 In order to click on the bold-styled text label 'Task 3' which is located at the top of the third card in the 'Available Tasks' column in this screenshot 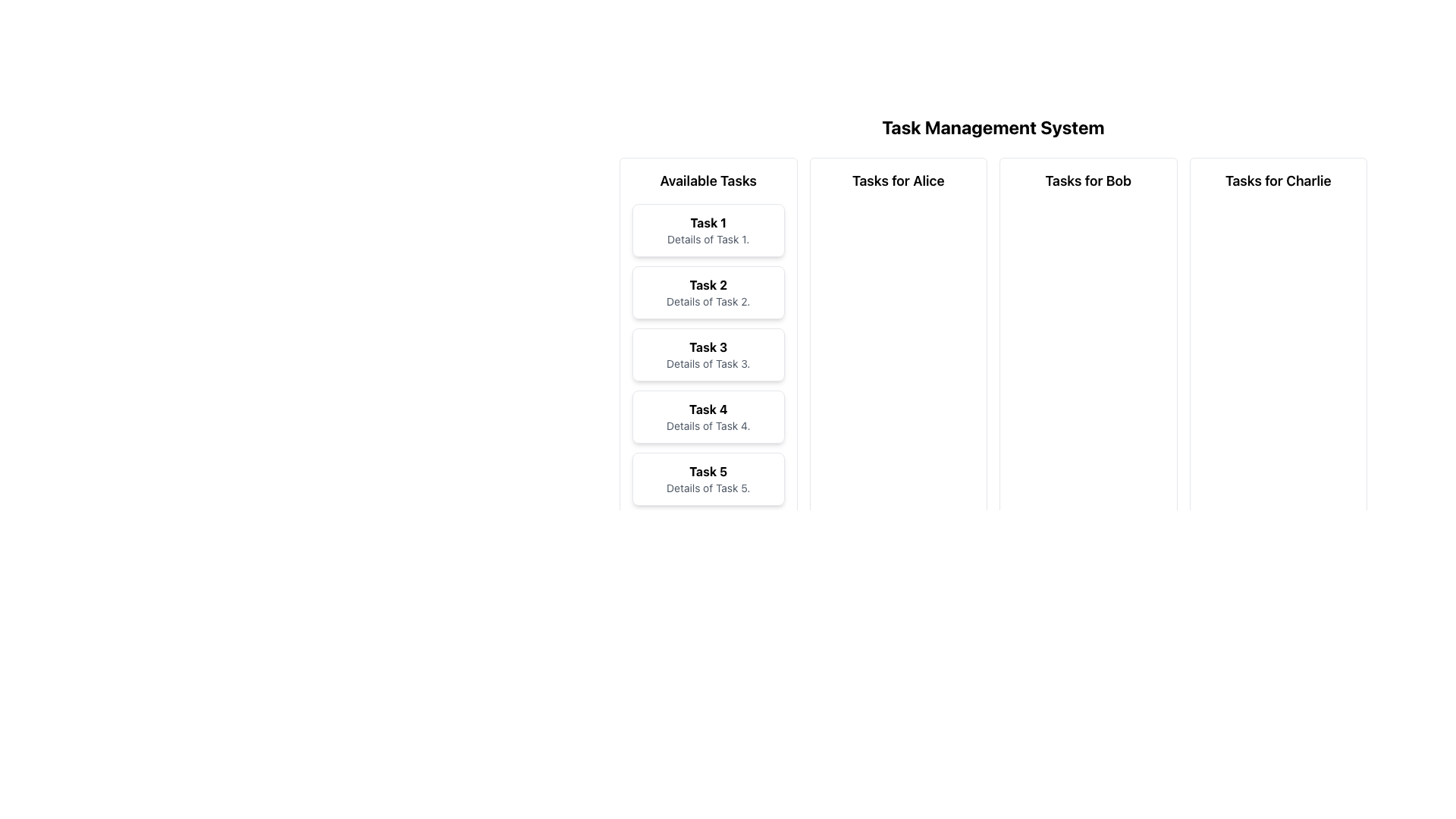, I will do `click(708, 347)`.